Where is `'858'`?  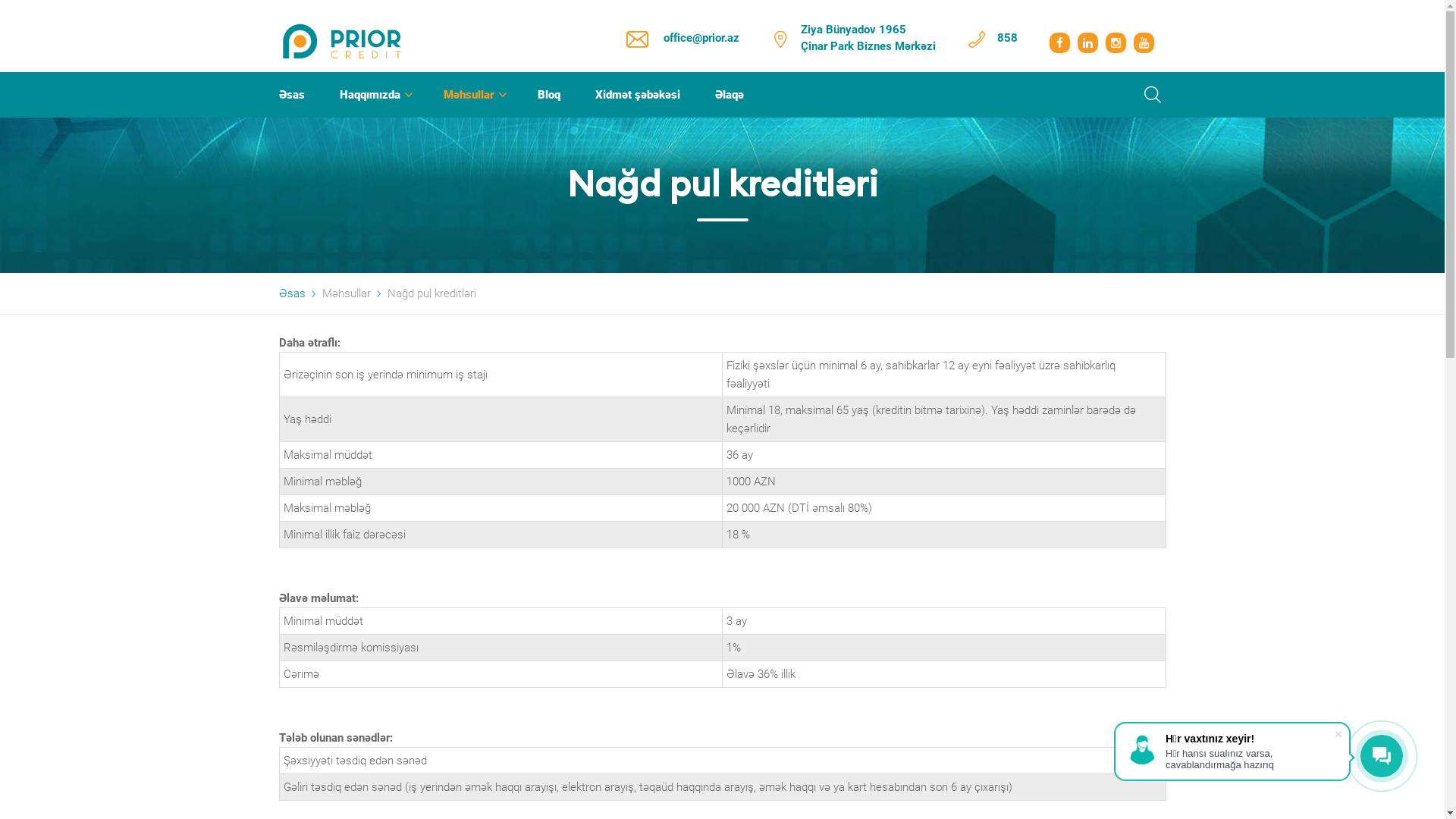
'858' is located at coordinates (1006, 37).